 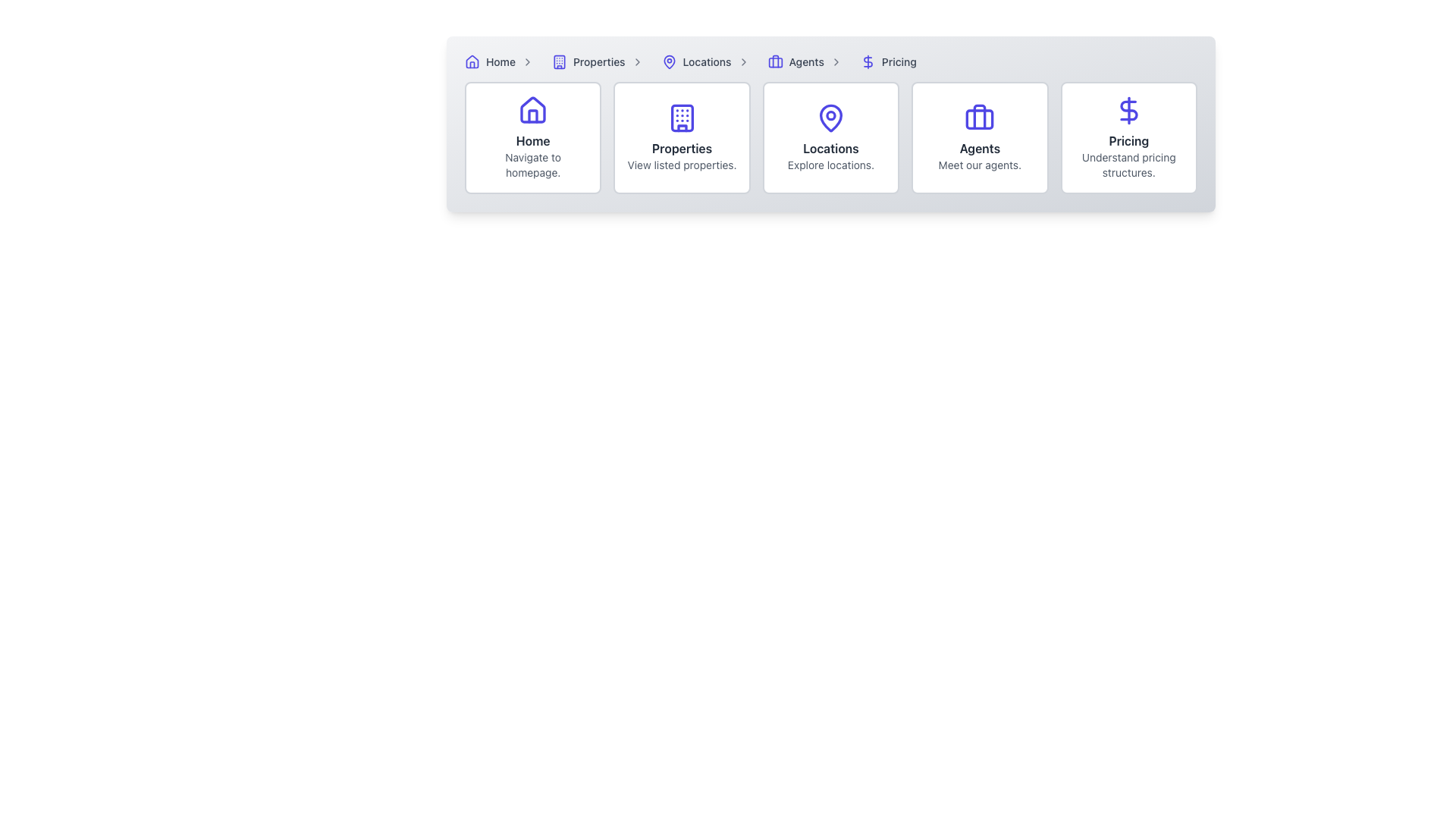 I want to click on the icon in the second navigation card from the left, adjacent to the 'Home' navigation card, so click(x=681, y=117).